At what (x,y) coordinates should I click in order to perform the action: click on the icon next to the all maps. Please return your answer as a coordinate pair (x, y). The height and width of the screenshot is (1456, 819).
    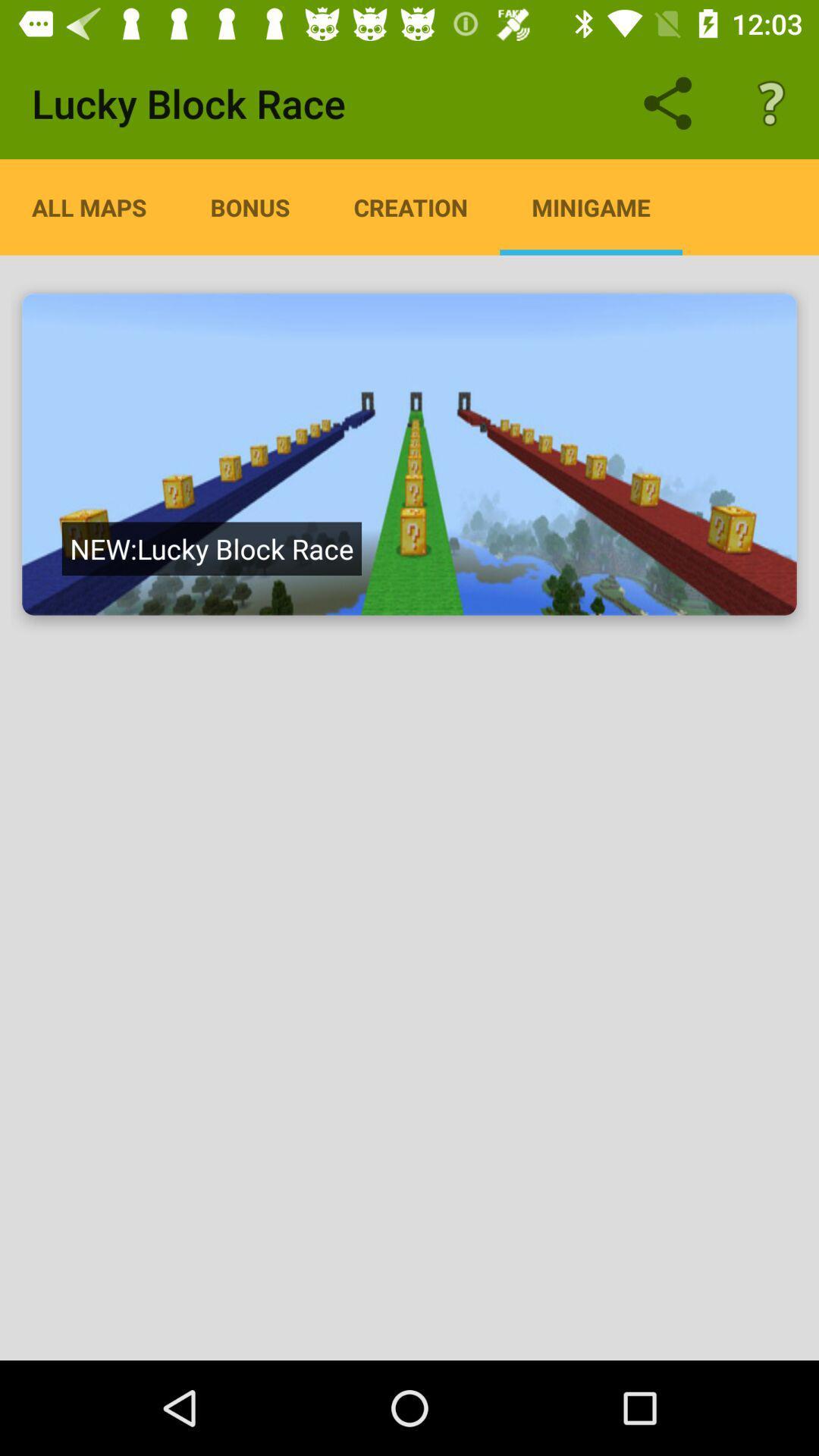
    Looking at the image, I should click on (249, 206).